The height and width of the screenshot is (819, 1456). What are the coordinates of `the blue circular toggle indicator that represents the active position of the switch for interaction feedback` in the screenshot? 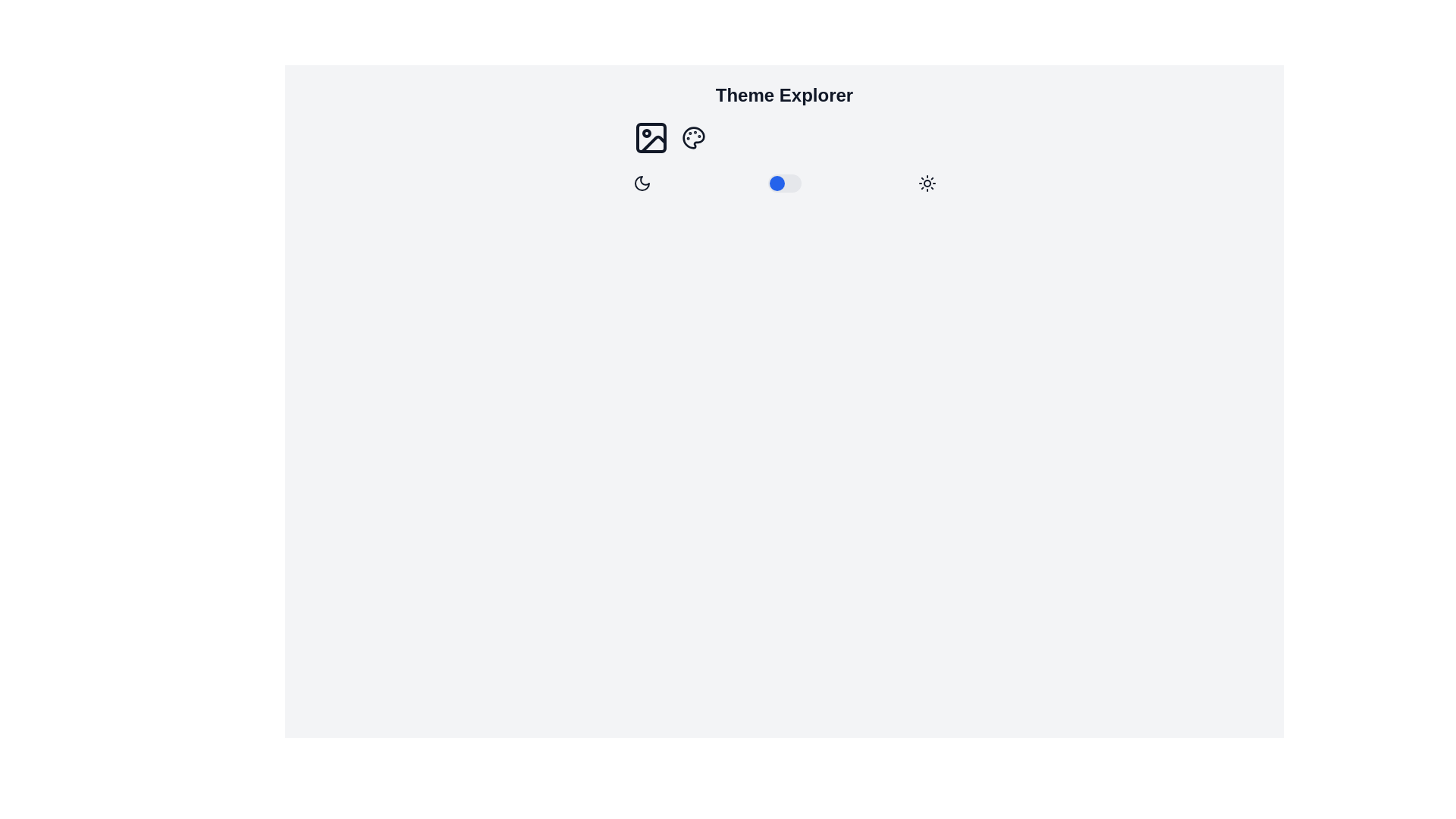 It's located at (777, 183).